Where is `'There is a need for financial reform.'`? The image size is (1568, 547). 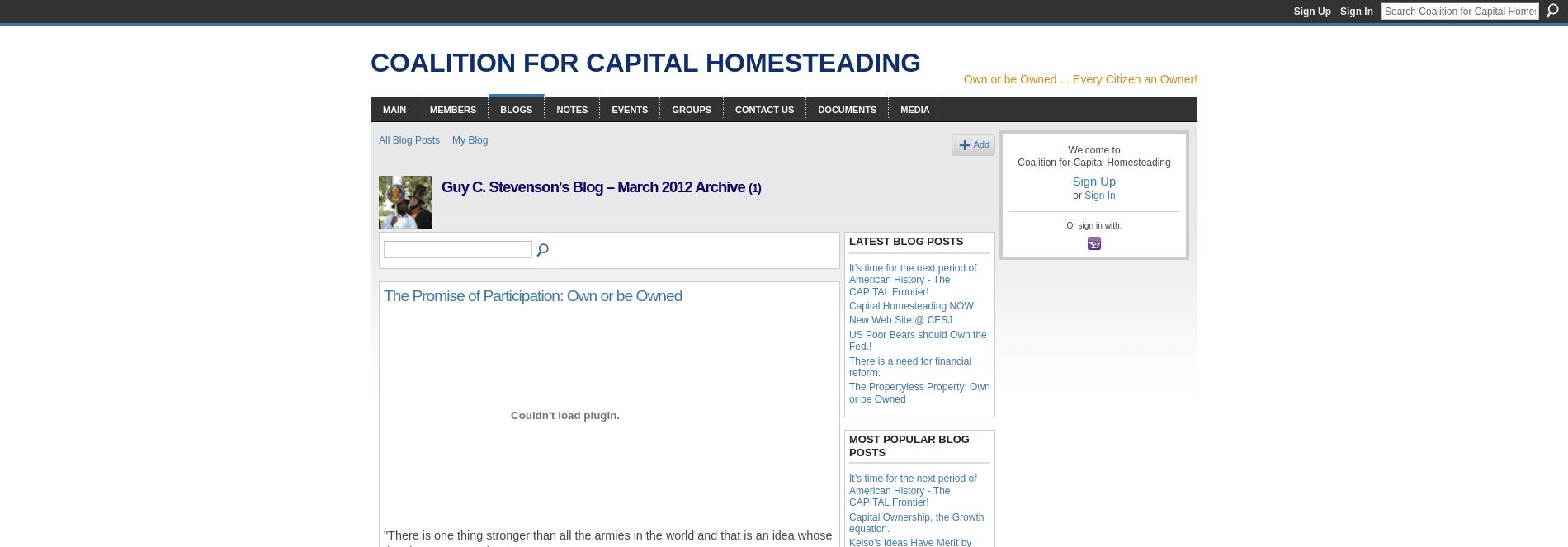
'There is a need for financial reform.' is located at coordinates (909, 366).